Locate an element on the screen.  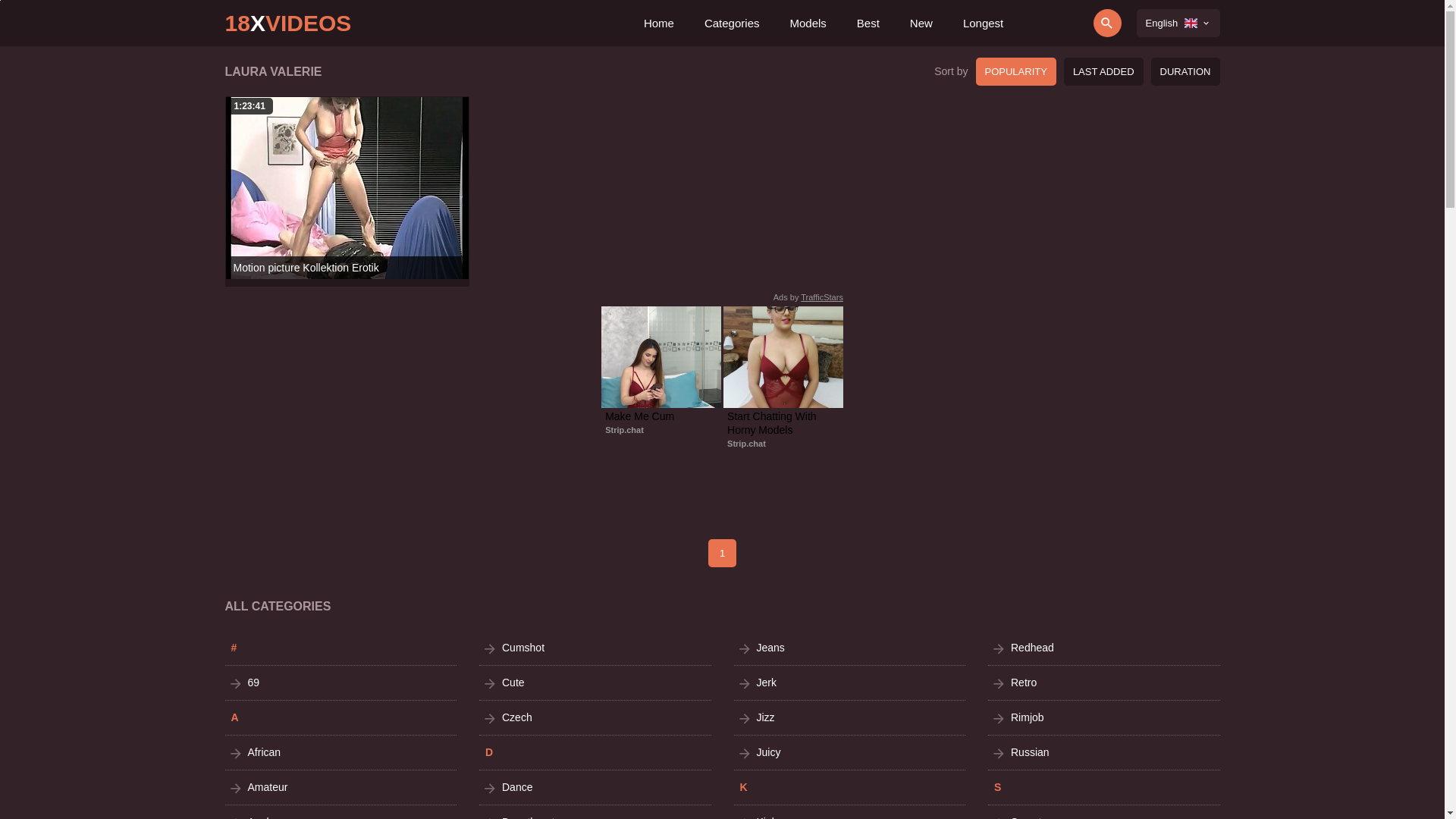
'English' is located at coordinates (1178, 23).